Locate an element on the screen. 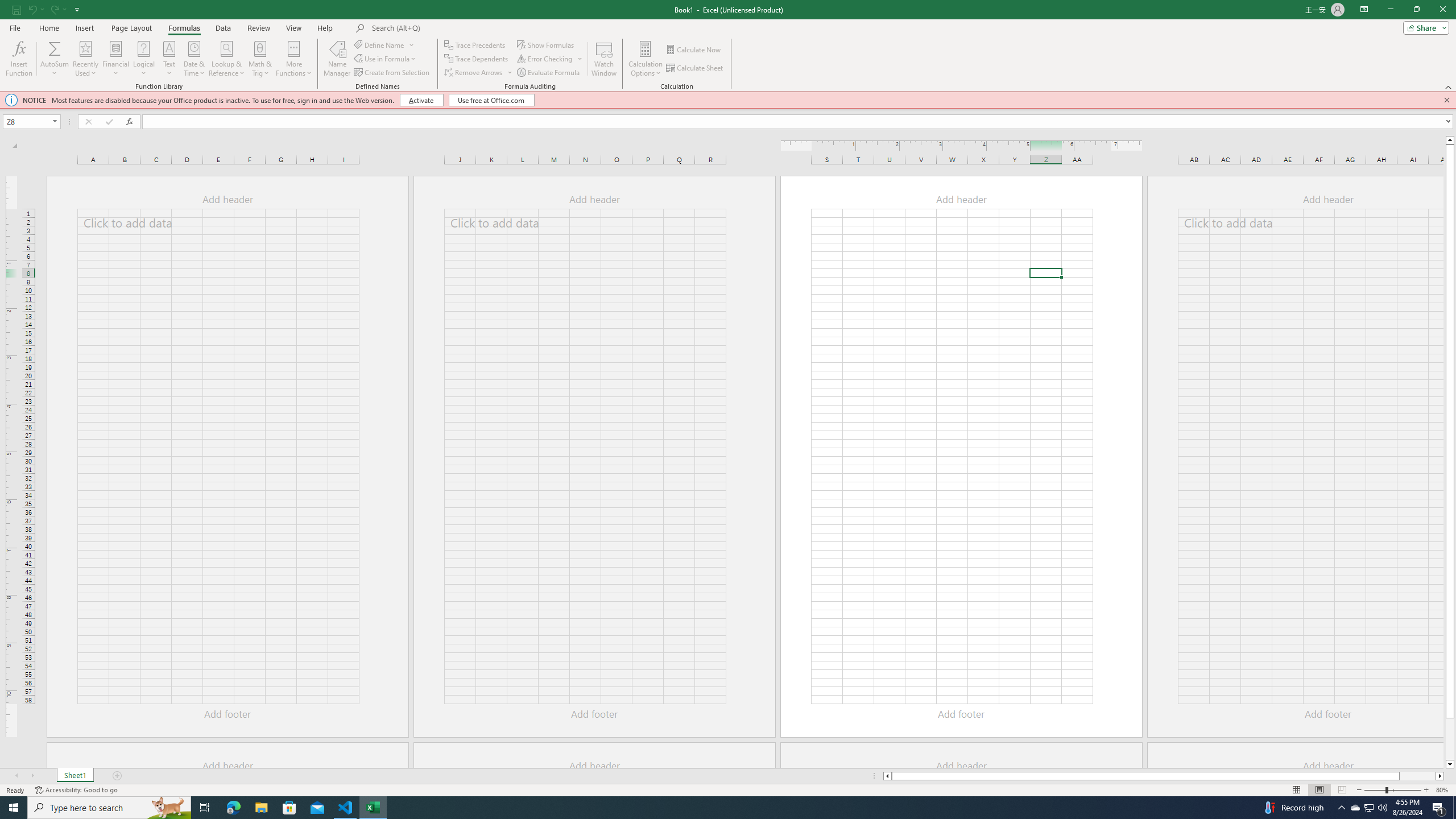 Image resolution: width=1456 pixels, height=819 pixels. 'Define Name...' is located at coordinates (380, 44).